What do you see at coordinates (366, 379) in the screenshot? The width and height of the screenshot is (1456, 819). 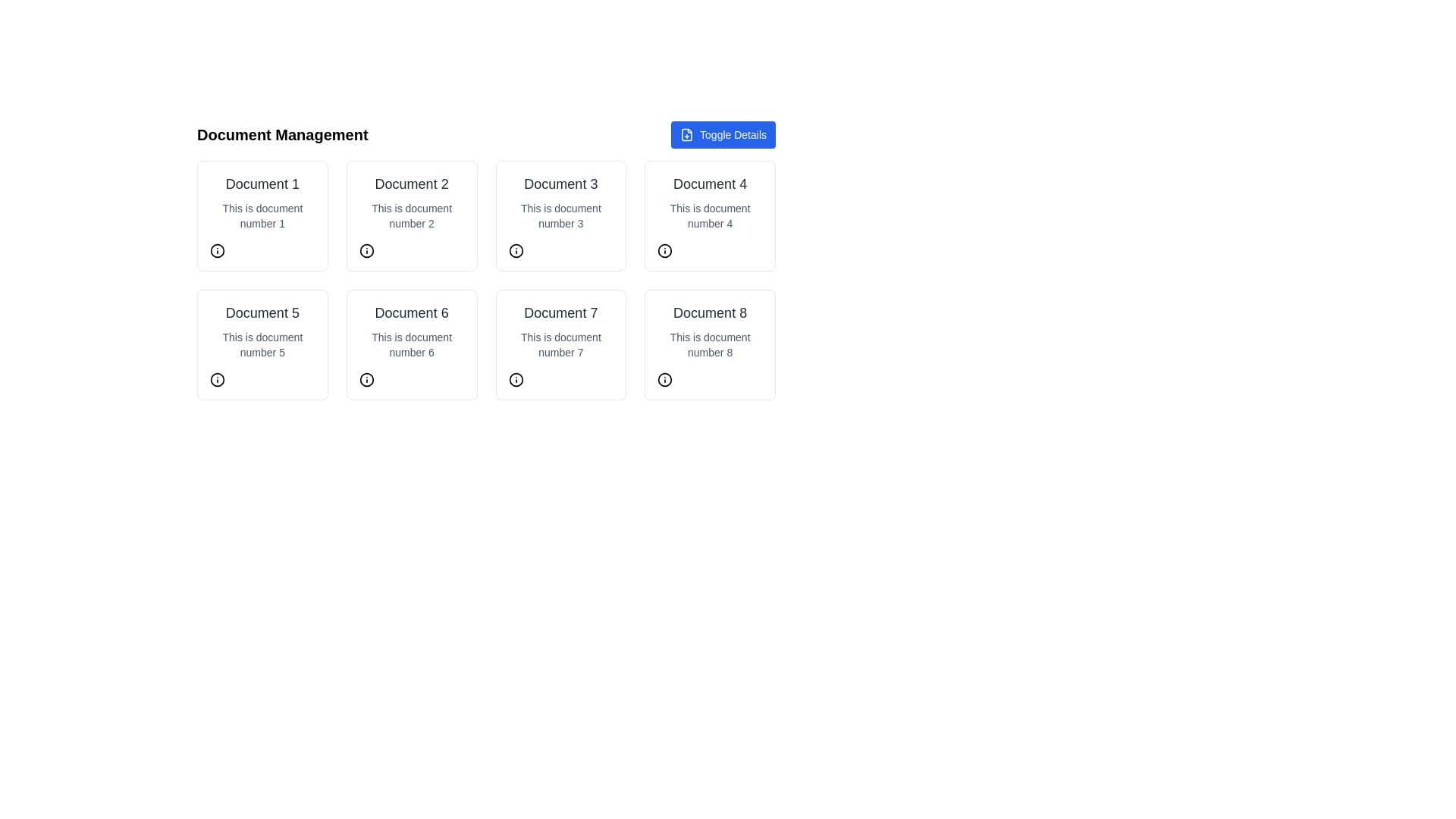 I see `the circular information icon located at the bottom of the 'Document 6' card, which is centered below the descriptive text` at bounding box center [366, 379].